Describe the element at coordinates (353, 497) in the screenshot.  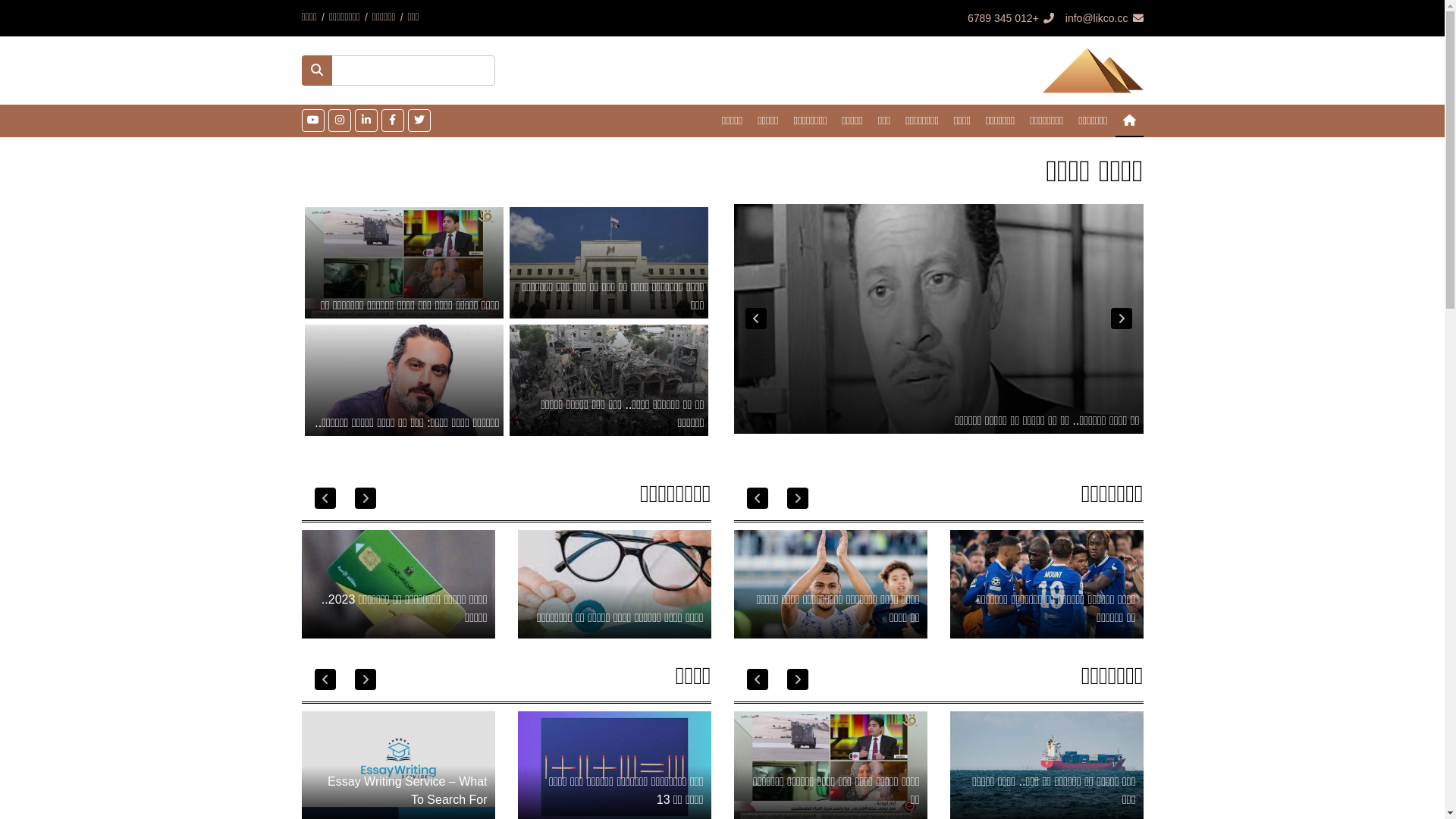
I see `'Next'` at that location.